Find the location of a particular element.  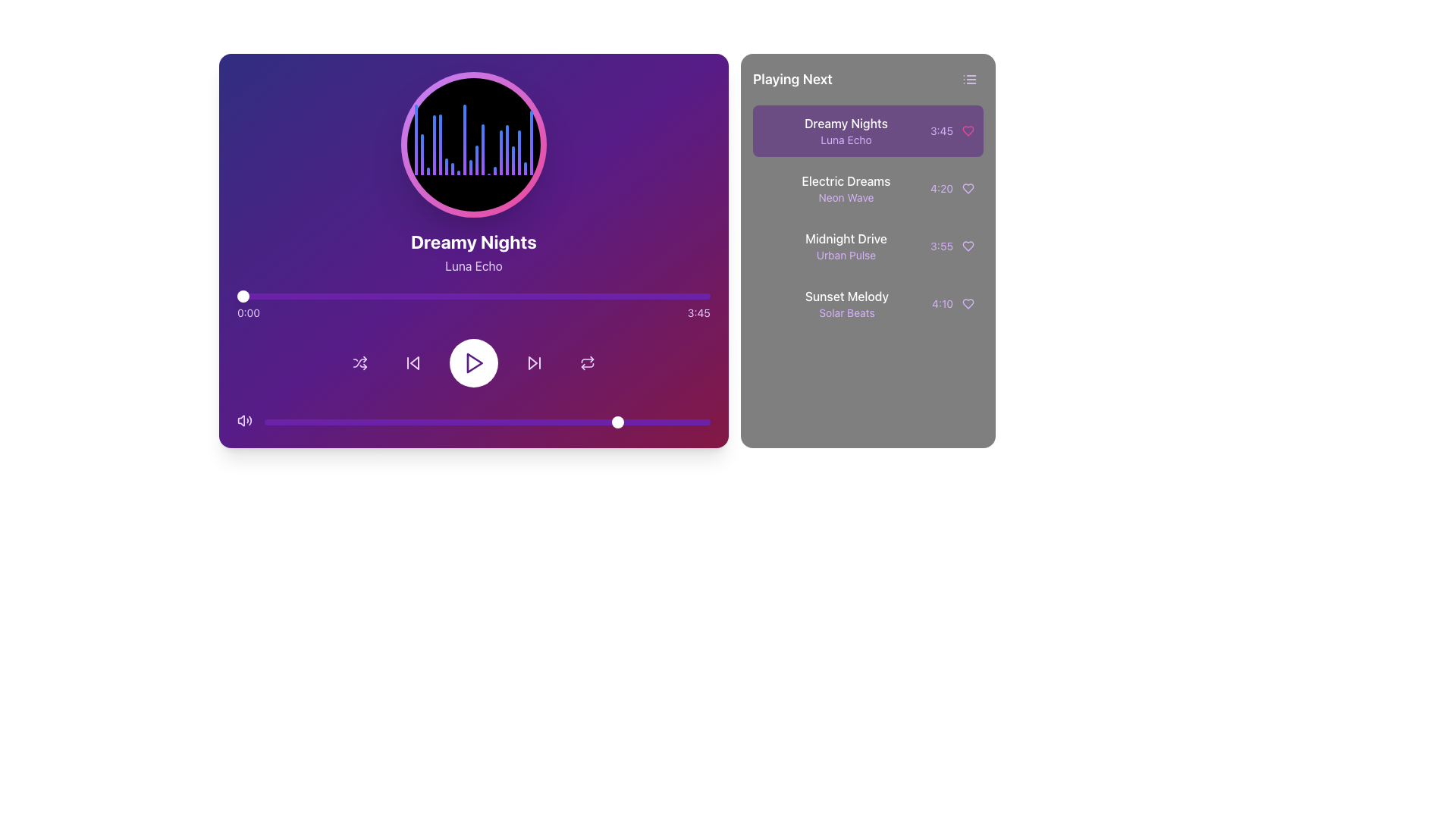

the text label displaying the duration '3:45' in a small, purple font, which is located in the 'Playing Next' section next to the heart icon for the track 'Dreamy Nights - Luna Echo' is located at coordinates (952, 130).